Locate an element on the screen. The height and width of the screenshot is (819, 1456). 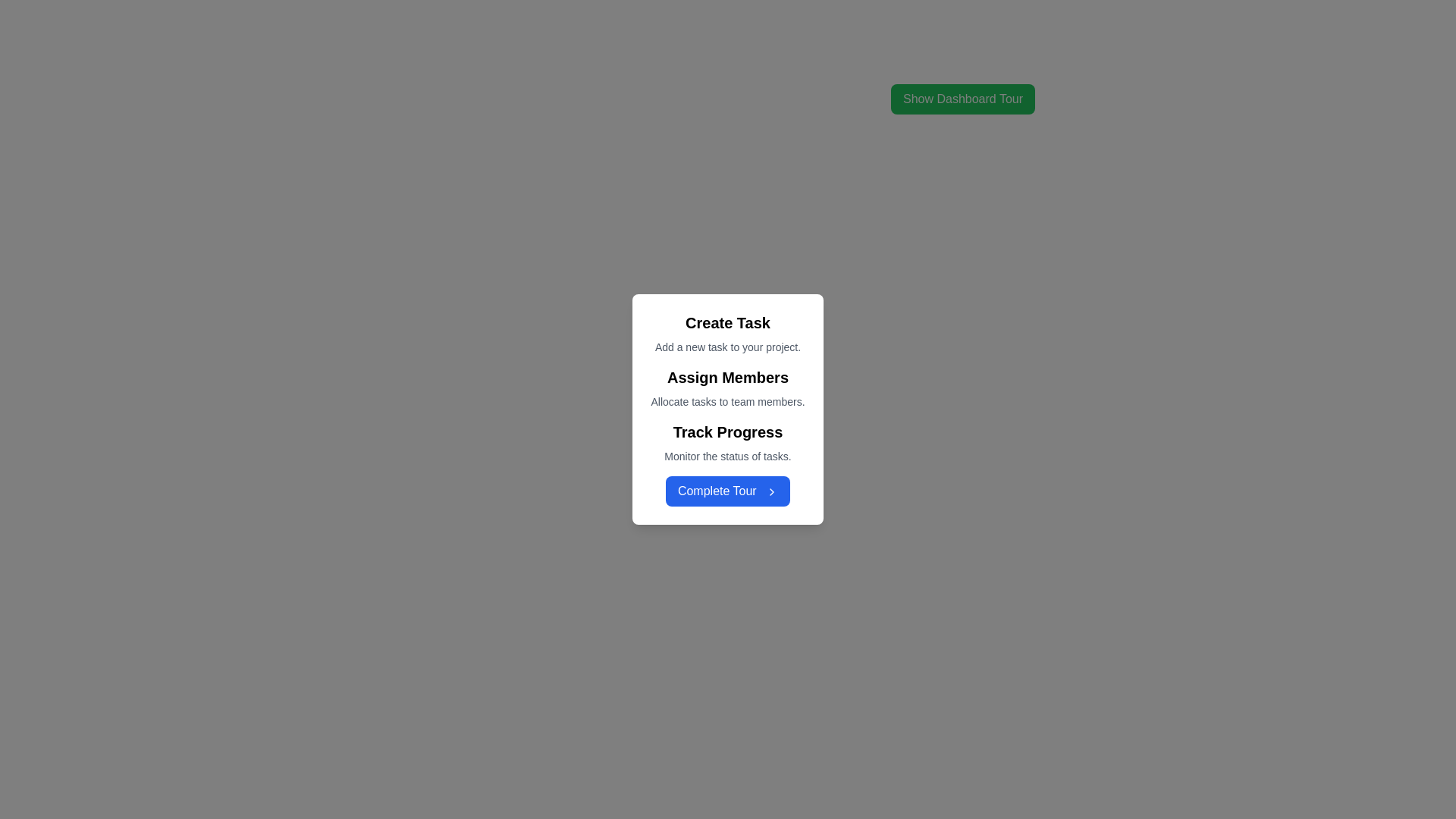
the explanatory text label located under the 'Track Progress' header in the centered overlay panel is located at coordinates (728, 455).